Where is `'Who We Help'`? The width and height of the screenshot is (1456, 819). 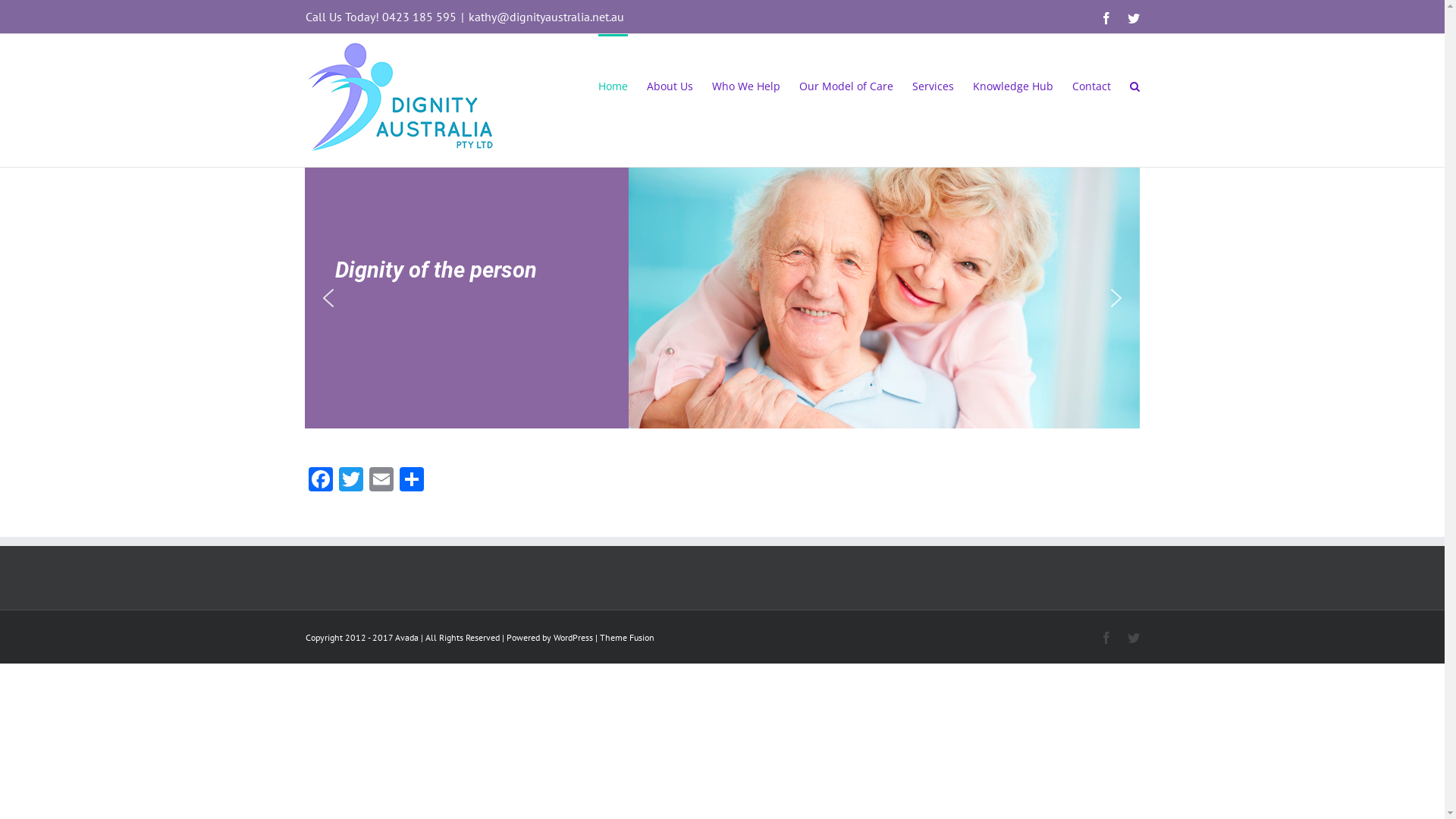 'Who We Help' is located at coordinates (710, 85).